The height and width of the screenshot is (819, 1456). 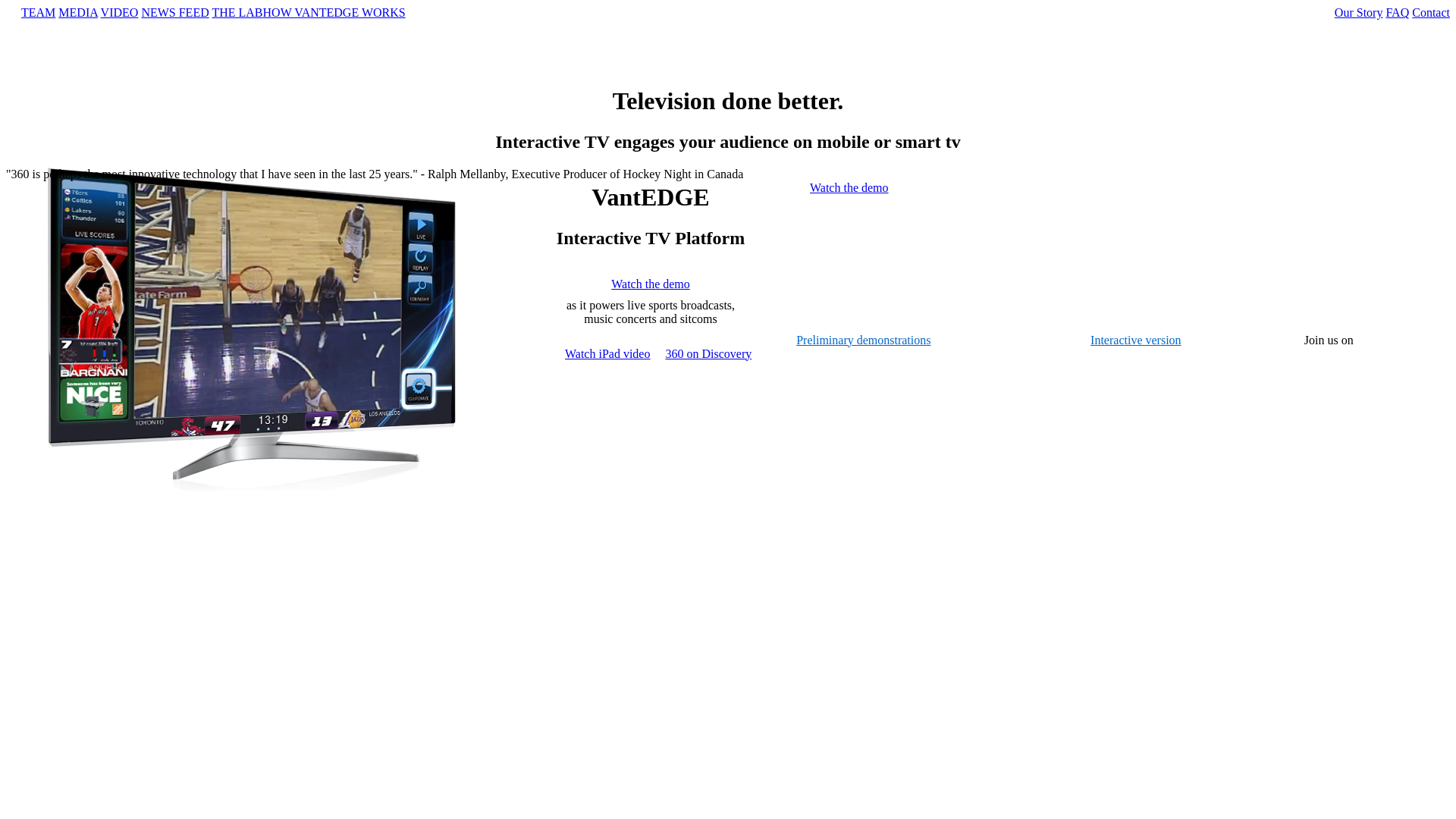 I want to click on 'Preliminary demonstrations', so click(x=795, y=339).